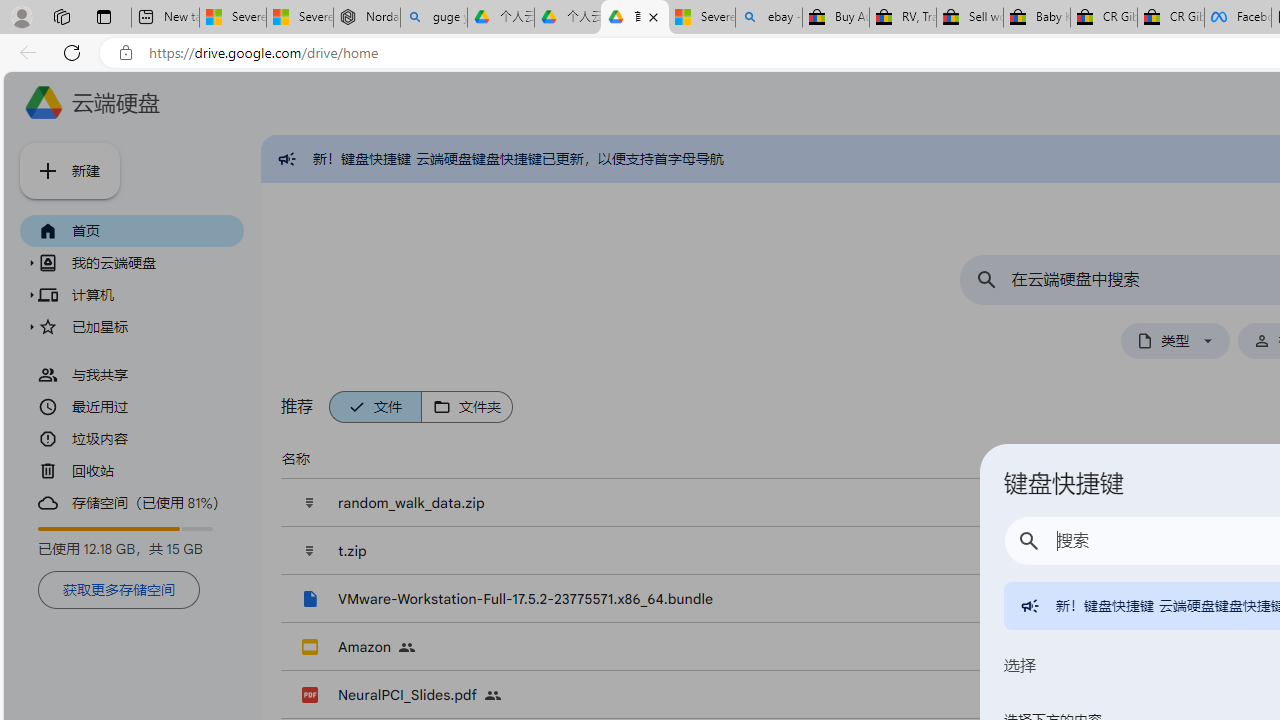 This screenshot has height=720, width=1280. I want to click on 'ebay - Search', so click(768, 17).